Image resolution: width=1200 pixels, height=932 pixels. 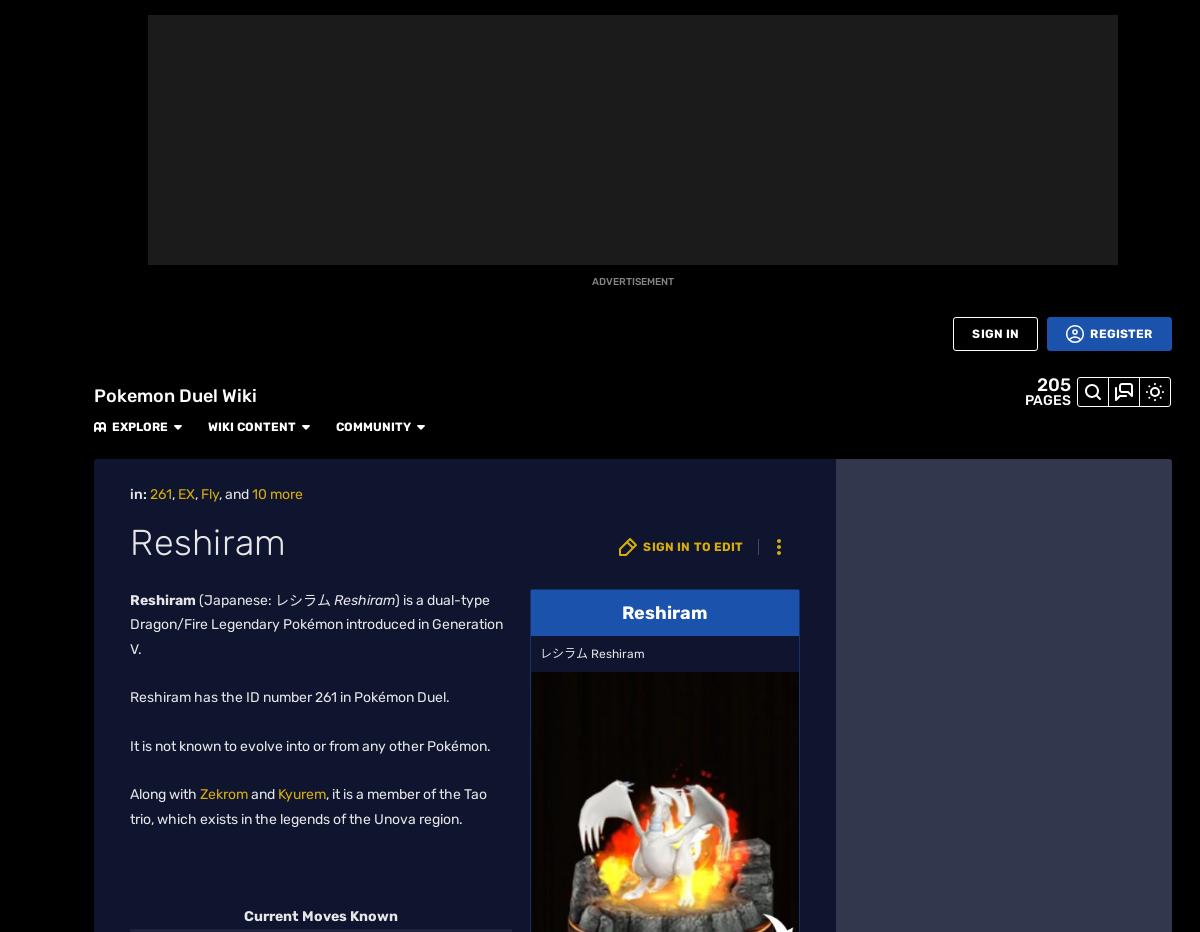 What do you see at coordinates (370, 479) in the screenshot?
I see `'plate is a must-have for this figure.'` at bounding box center [370, 479].